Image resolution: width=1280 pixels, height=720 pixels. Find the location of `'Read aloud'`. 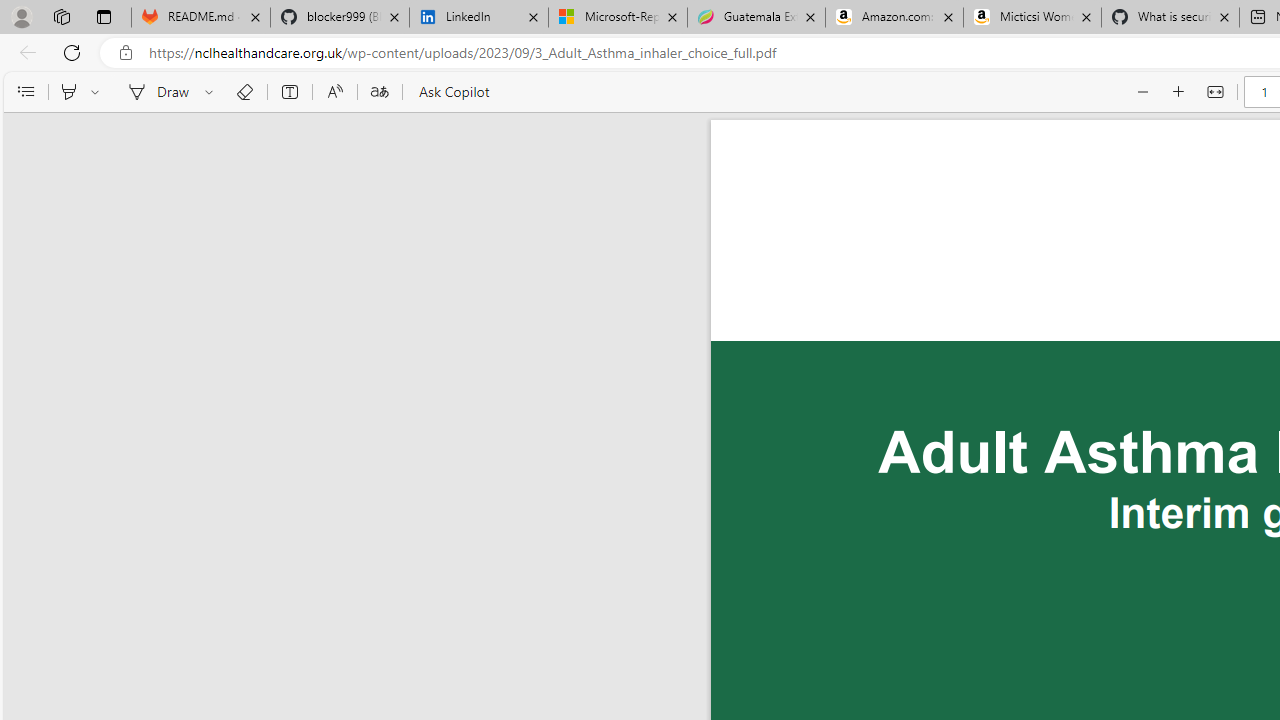

'Read aloud' is located at coordinates (334, 92).